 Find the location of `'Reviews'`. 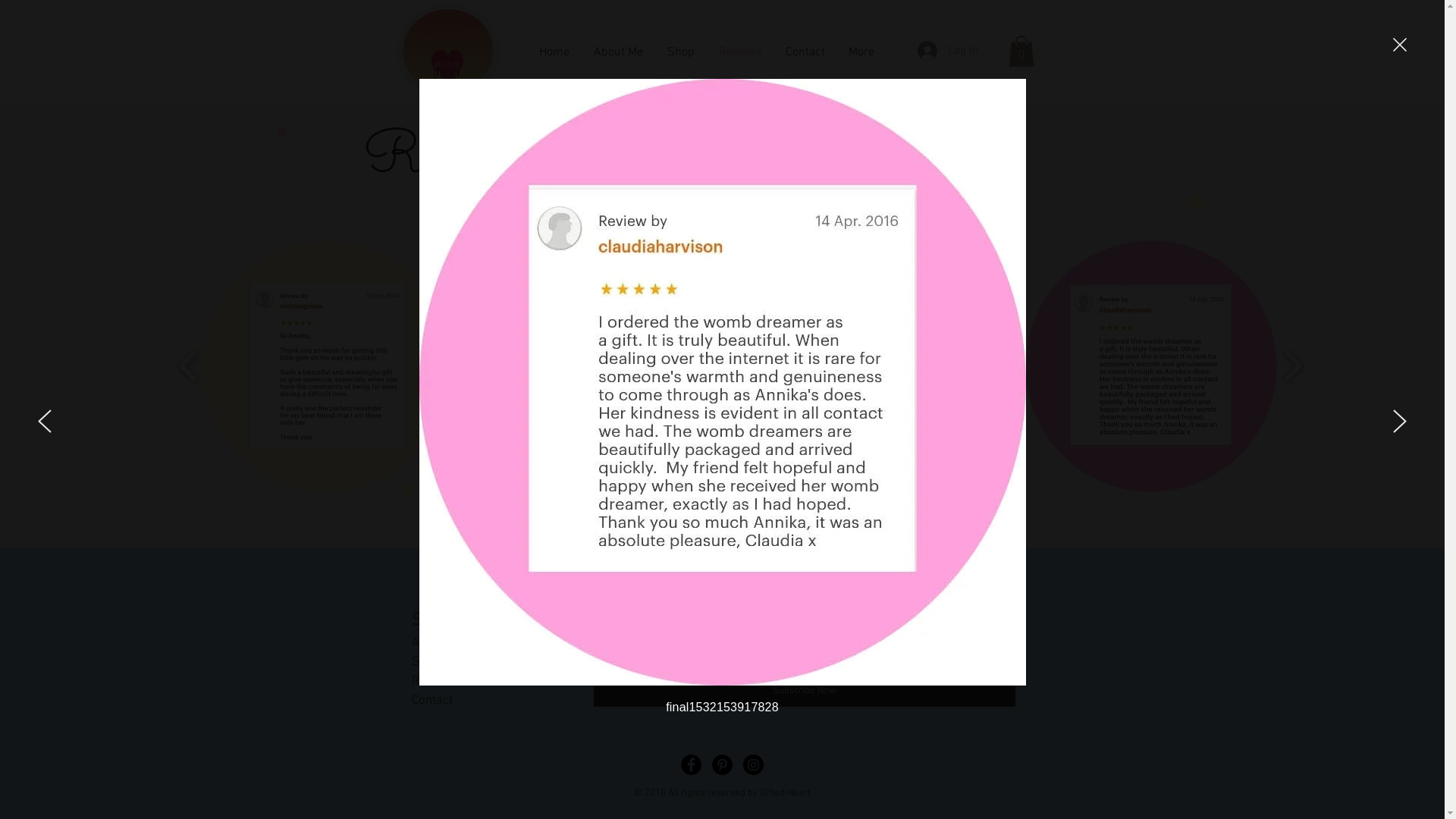

'Reviews' is located at coordinates (433, 680).